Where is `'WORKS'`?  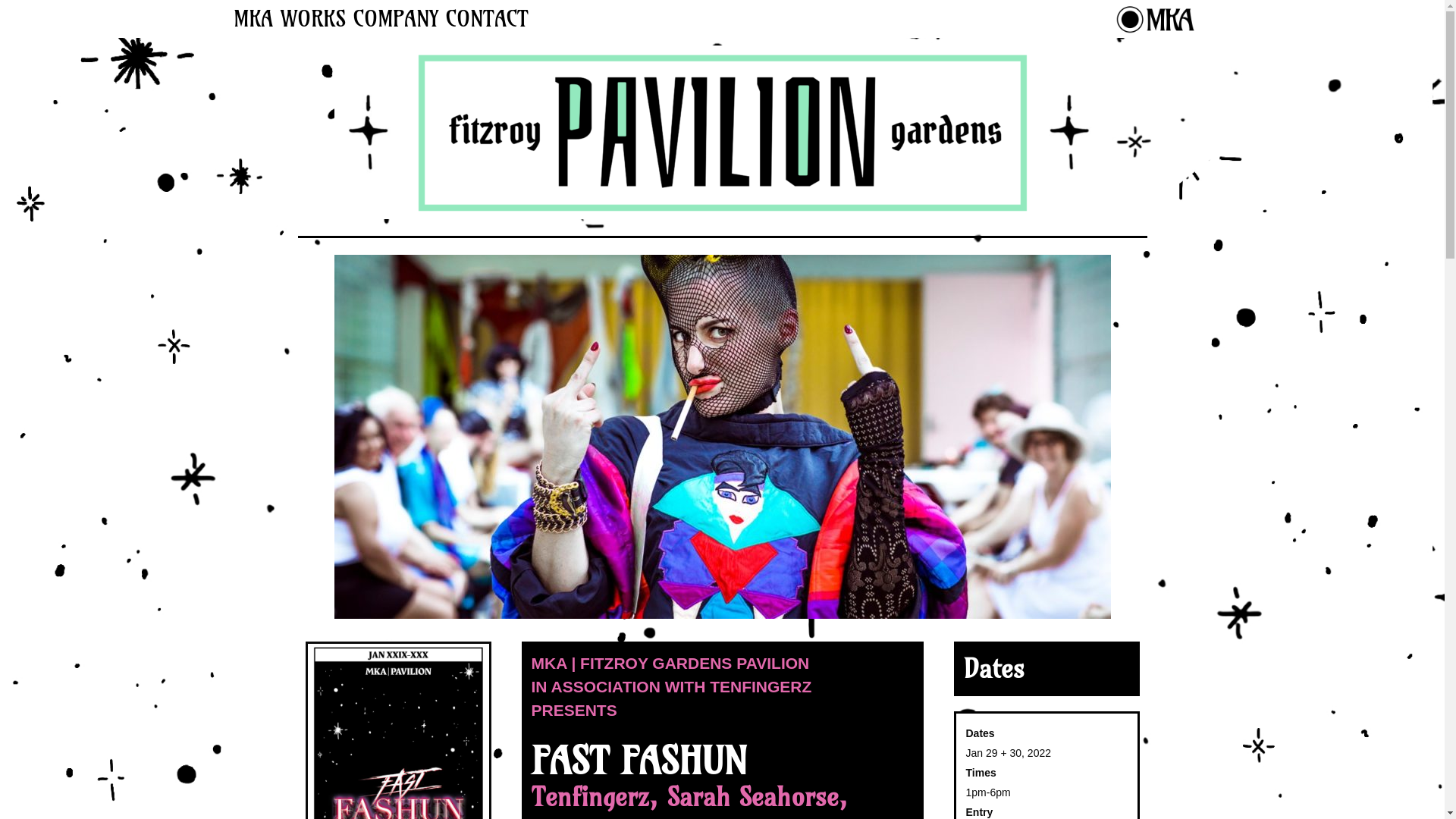 'WORKS' is located at coordinates (312, 18).